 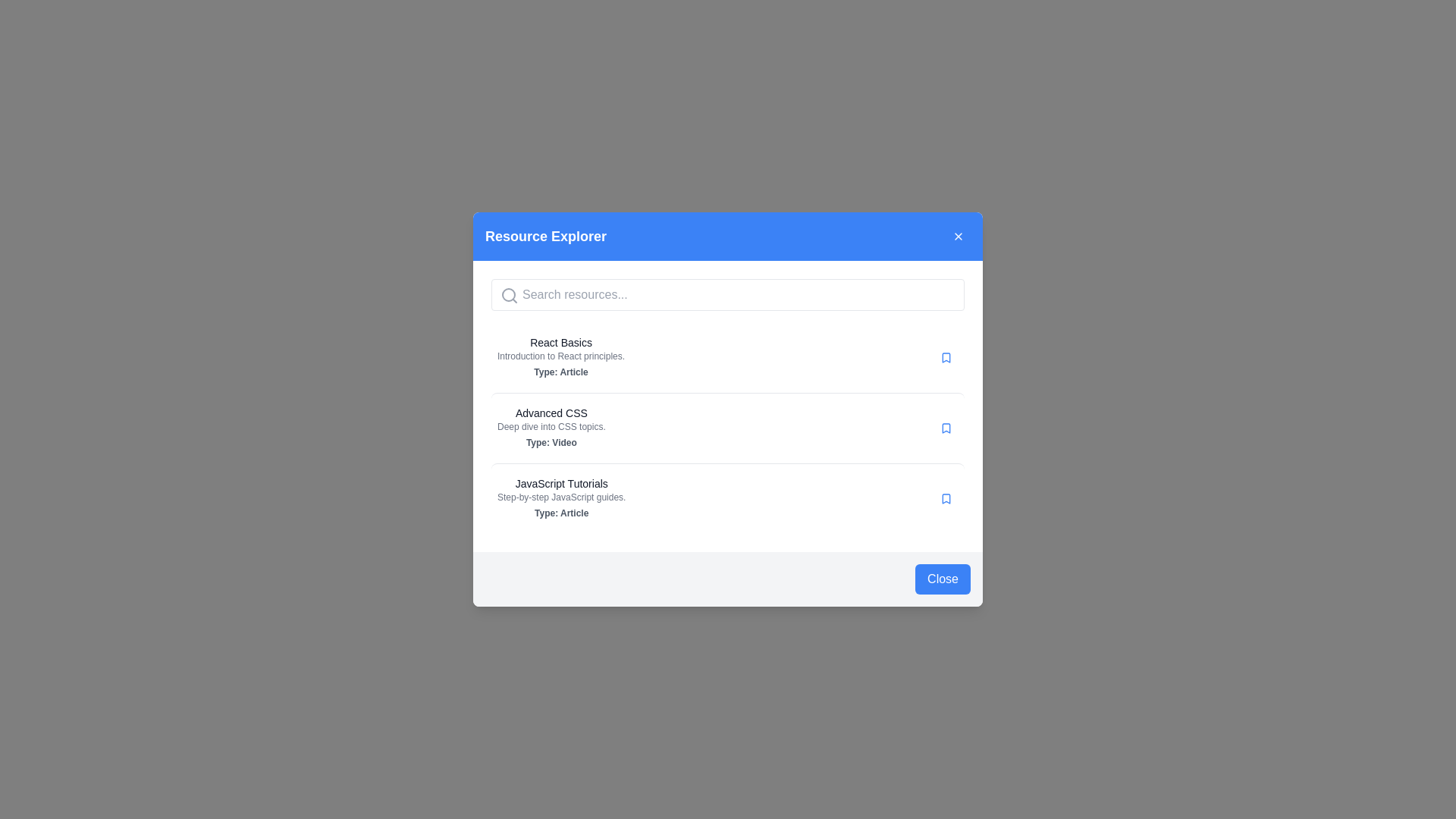 What do you see at coordinates (946, 357) in the screenshot?
I see `the bookmark button located in the top-right corner of the 'React Basics' card to bookmark or unbookmark the item` at bounding box center [946, 357].